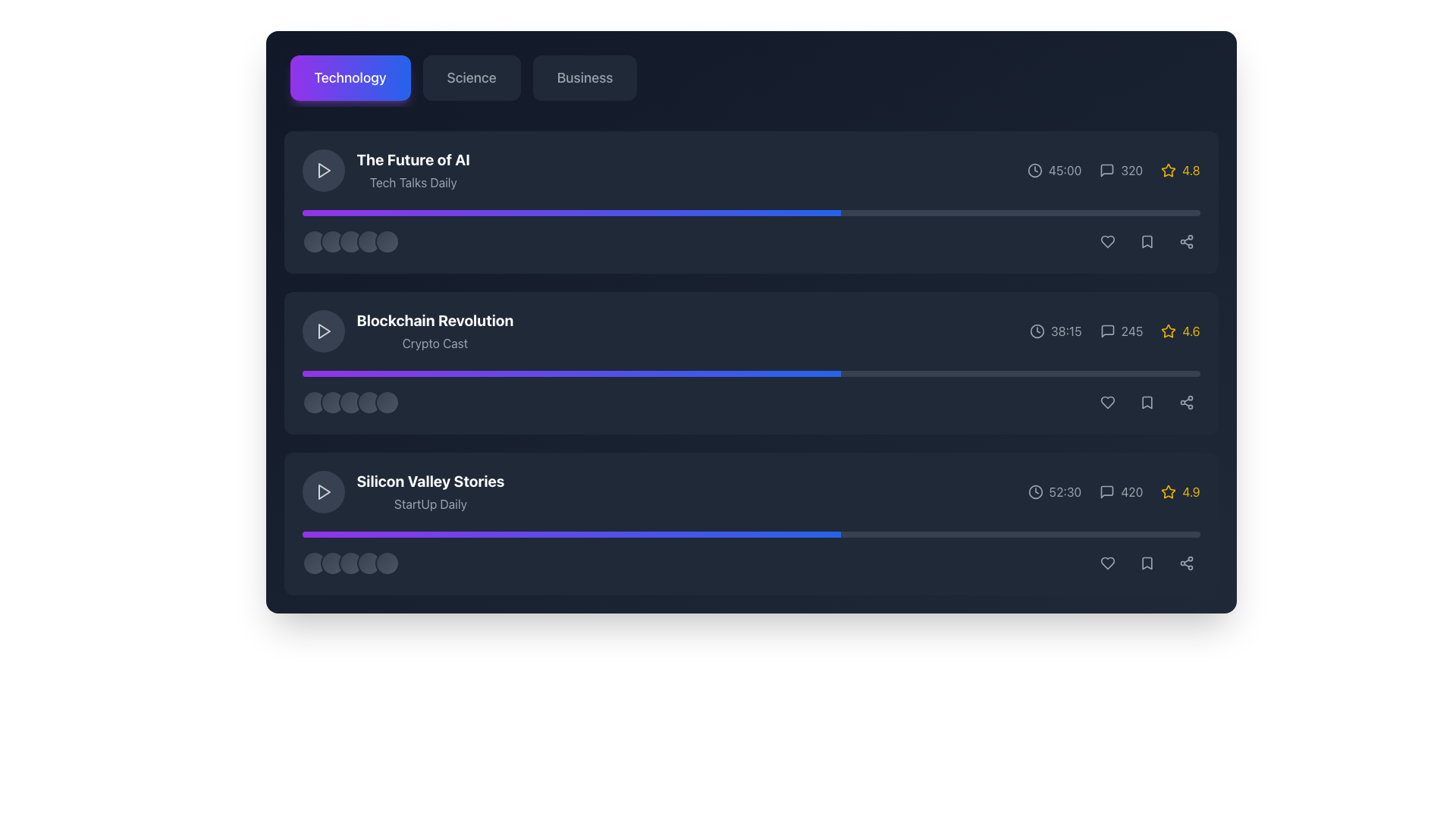 The height and width of the screenshot is (819, 1456). I want to click on descriptive title text element located in the middle of the list item, positioned above the smaller text 'StartUp Daily', so click(429, 482).